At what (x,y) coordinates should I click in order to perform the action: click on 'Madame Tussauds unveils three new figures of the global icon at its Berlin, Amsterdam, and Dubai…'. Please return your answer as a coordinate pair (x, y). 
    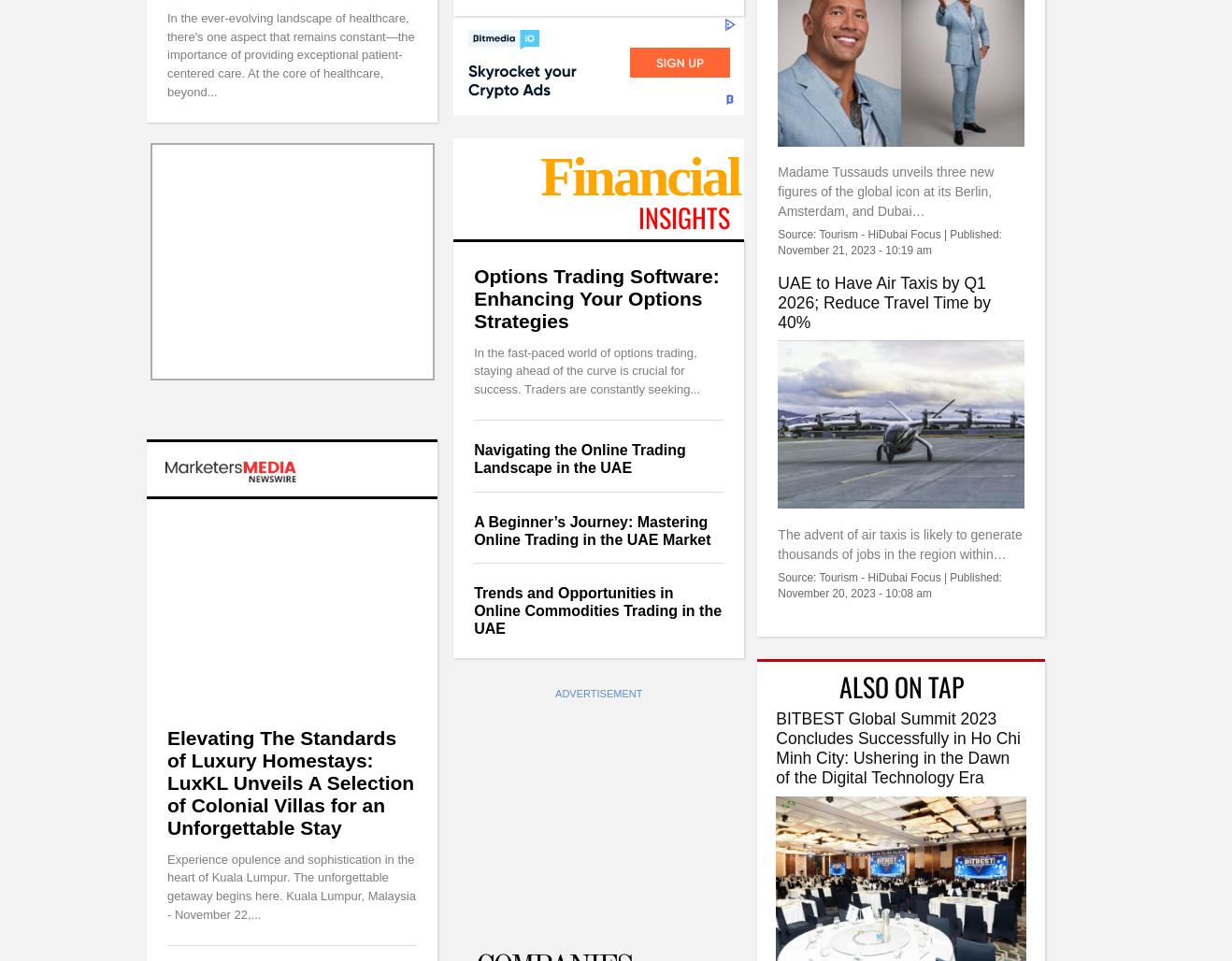
    Looking at the image, I should click on (884, 190).